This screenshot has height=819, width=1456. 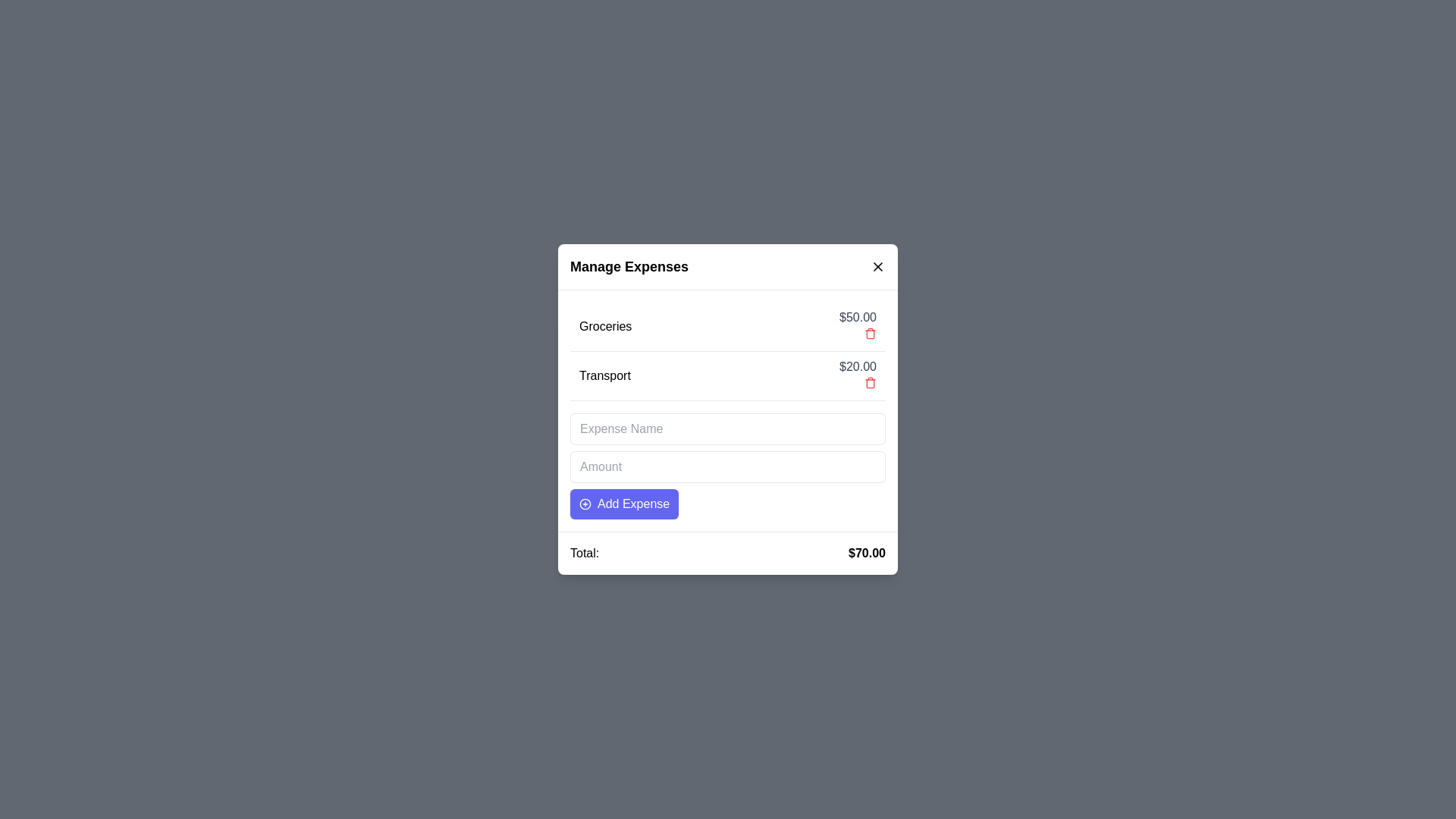 I want to click on the trash can icon located to the right of the 'Transport' text and the '$20.00' amount in the 'Manage Expenses' dialog box, so click(x=870, y=382).